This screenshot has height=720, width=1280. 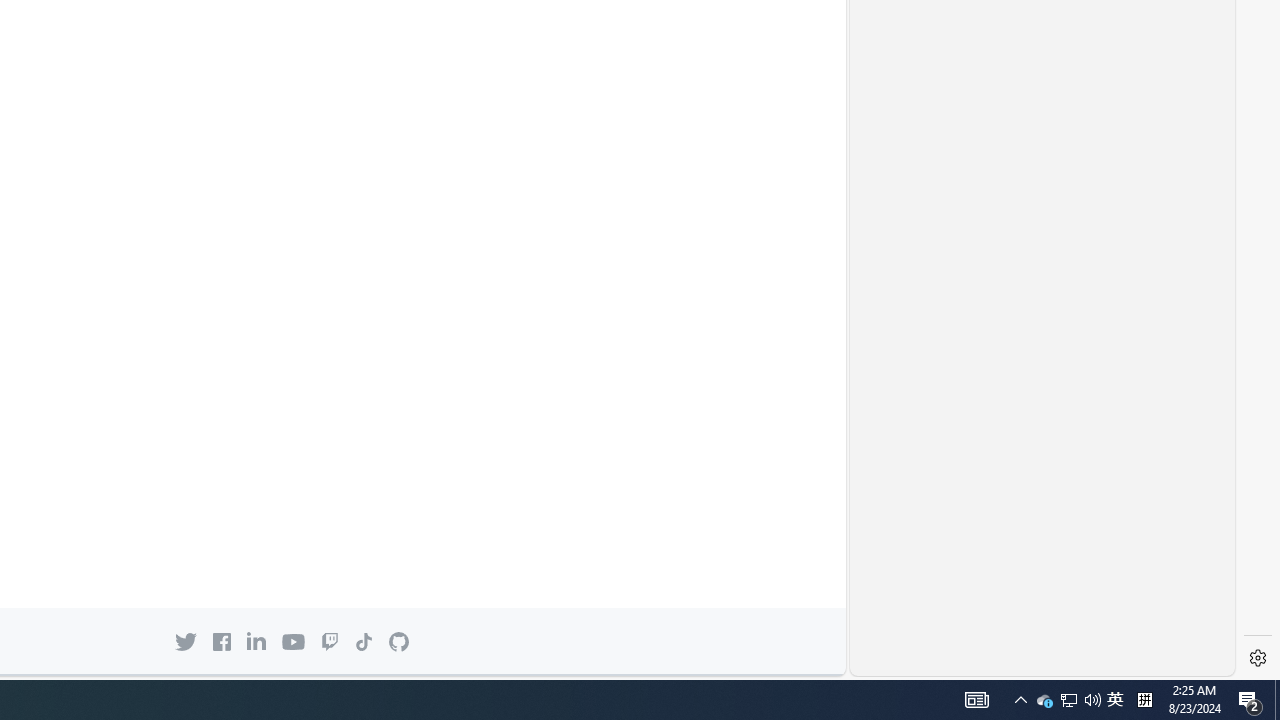 What do you see at coordinates (363, 641) in the screenshot?
I see `'TikTok icon'` at bounding box center [363, 641].